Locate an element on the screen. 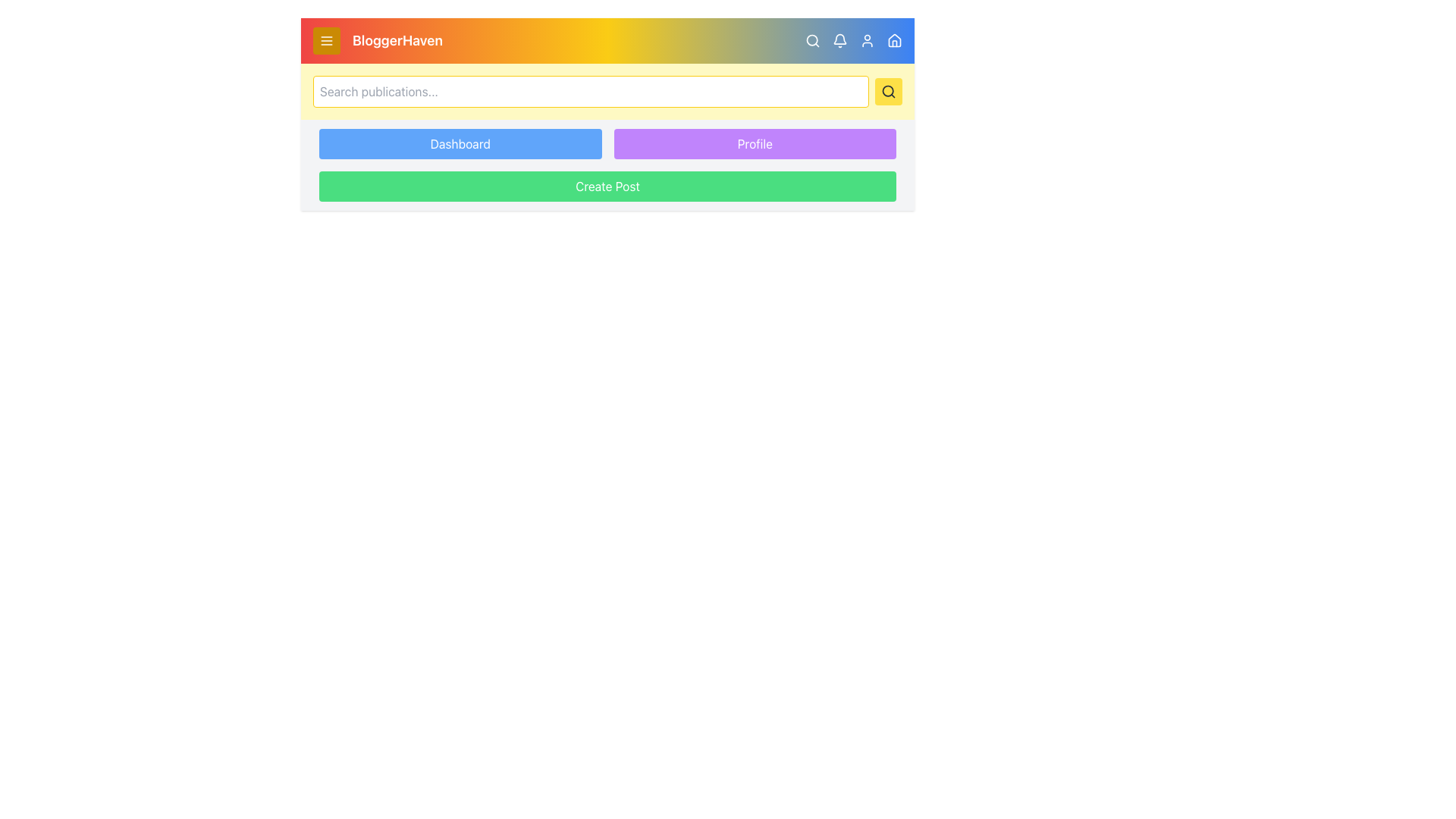 The image size is (1456, 819). the magnifying glass icon button located in the navigation bar, which is styled with a yellow hover effect and surrounded by a blue gradient background is located at coordinates (811, 40).